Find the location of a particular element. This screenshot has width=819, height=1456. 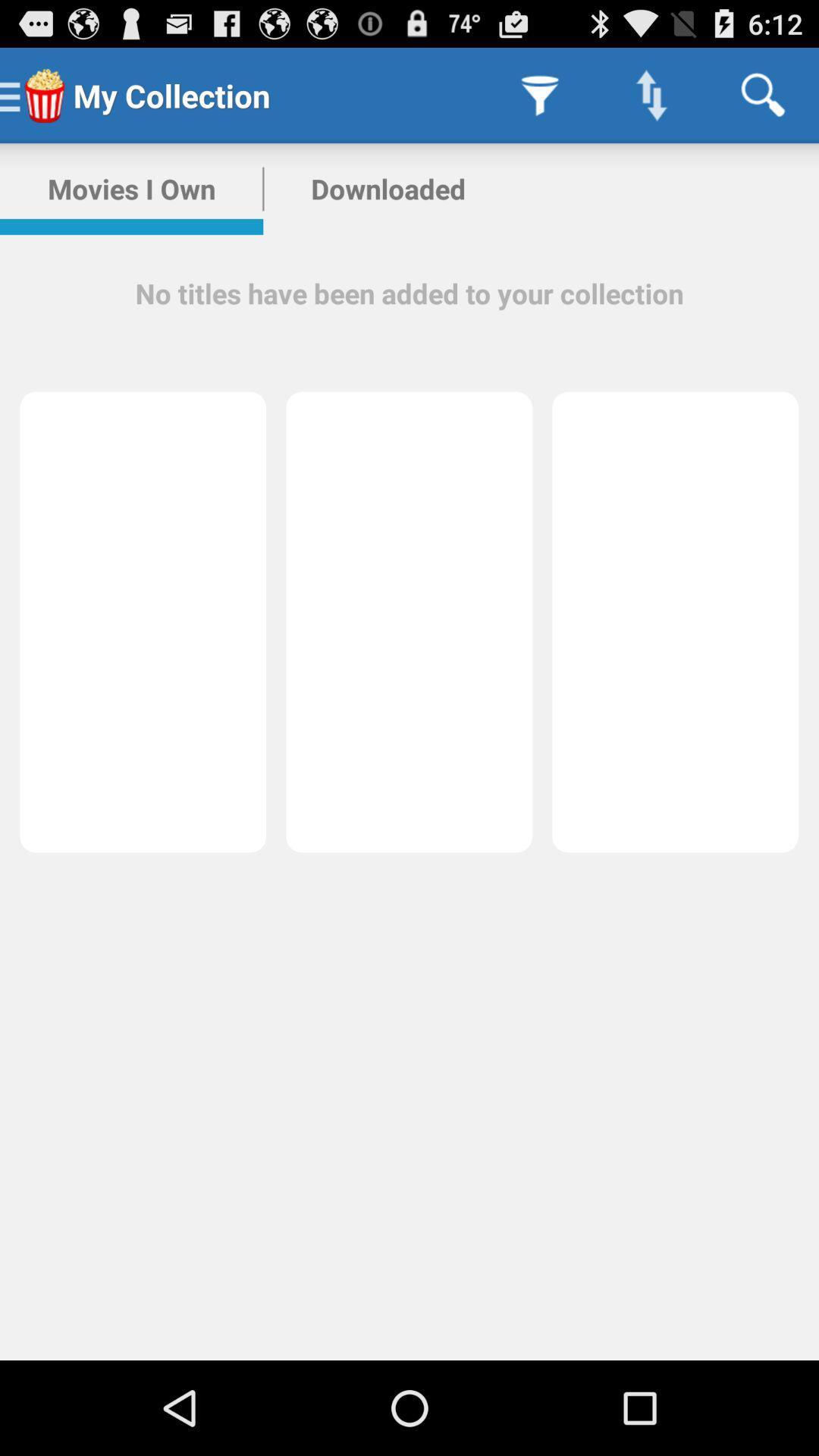

the icon above the no titles have is located at coordinates (130, 188).